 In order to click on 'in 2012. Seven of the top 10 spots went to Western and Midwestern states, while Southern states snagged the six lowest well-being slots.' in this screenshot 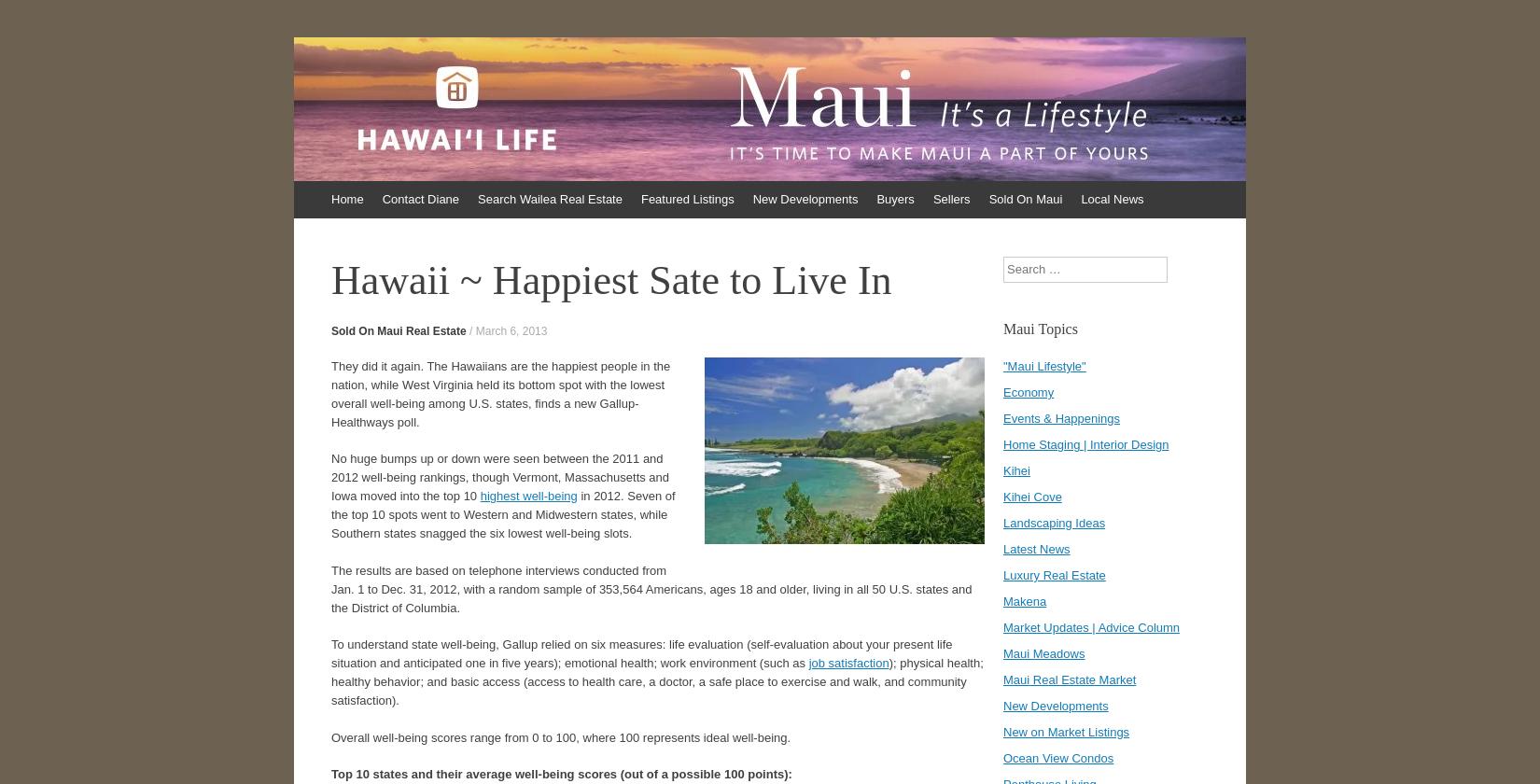, I will do `click(502, 514)`.